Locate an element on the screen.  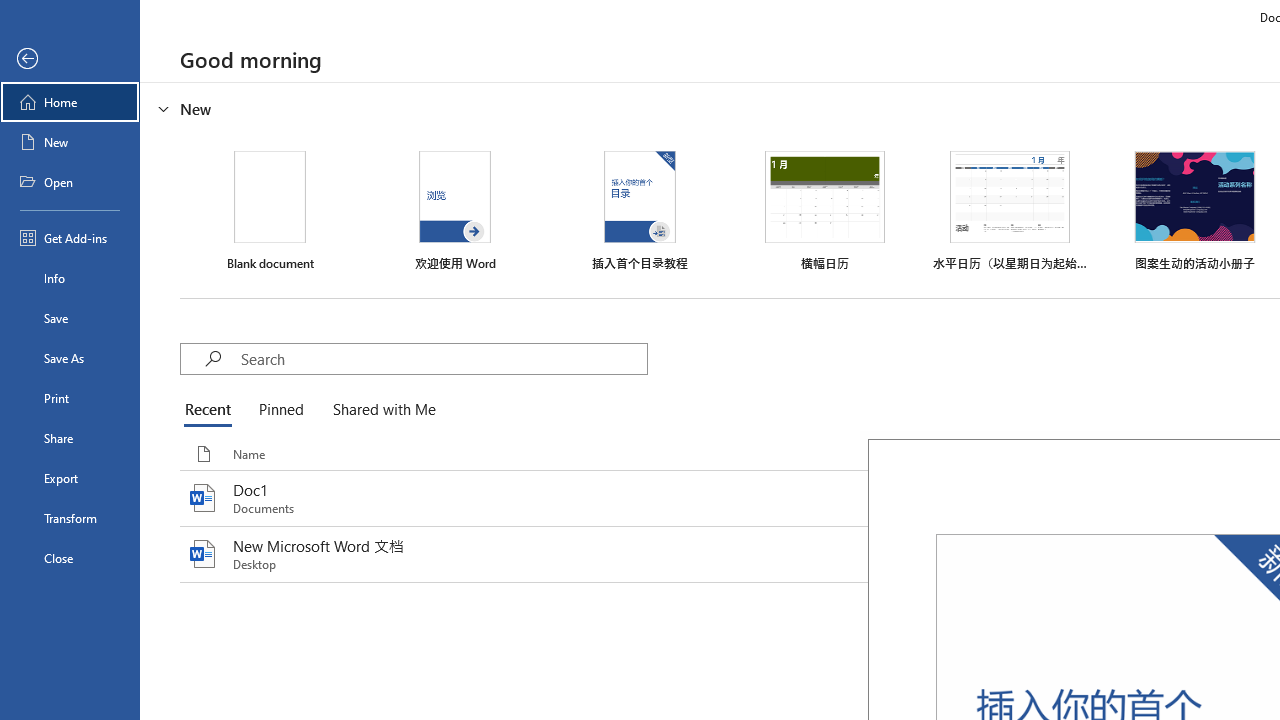
'Save' is located at coordinates (69, 316).